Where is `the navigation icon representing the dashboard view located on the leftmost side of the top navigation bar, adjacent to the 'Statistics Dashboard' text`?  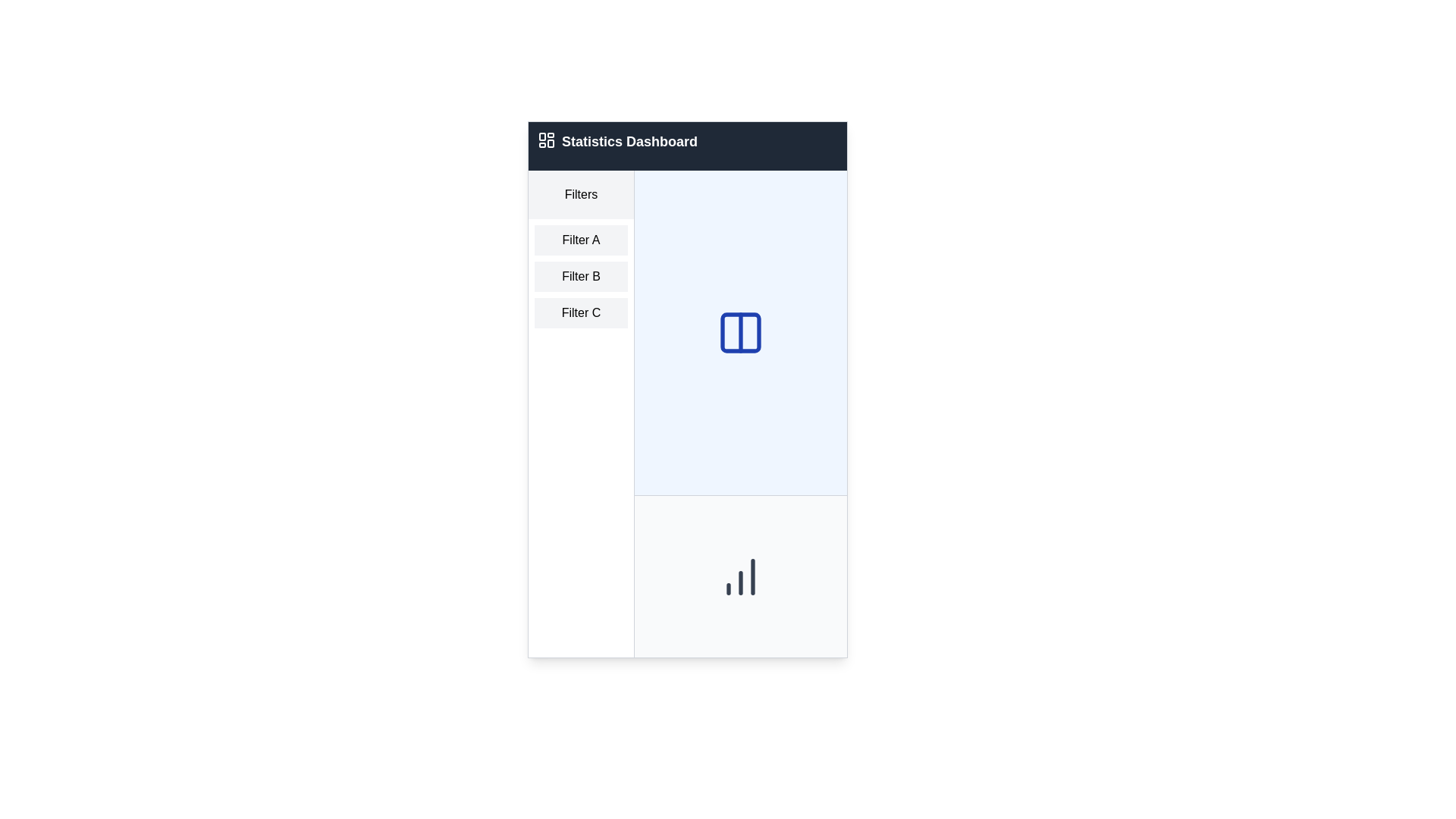
the navigation icon representing the dashboard view located on the leftmost side of the top navigation bar, adjacent to the 'Statistics Dashboard' text is located at coordinates (546, 140).